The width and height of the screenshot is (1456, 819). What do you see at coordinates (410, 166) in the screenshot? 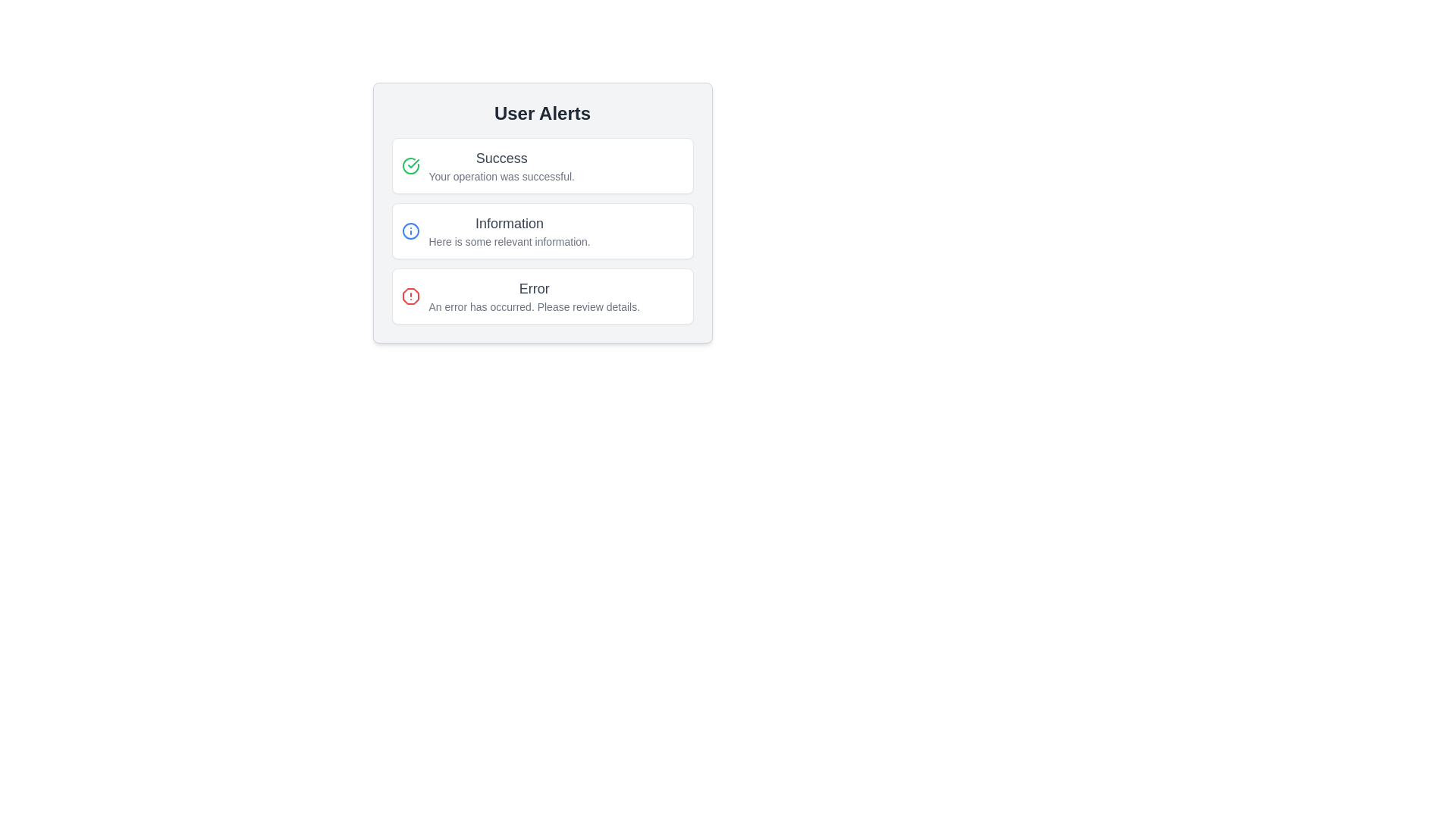
I see `the green checkmark icon that is prominently positioned to the left of the 'Success' alert text, indicating a successful operation` at bounding box center [410, 166].